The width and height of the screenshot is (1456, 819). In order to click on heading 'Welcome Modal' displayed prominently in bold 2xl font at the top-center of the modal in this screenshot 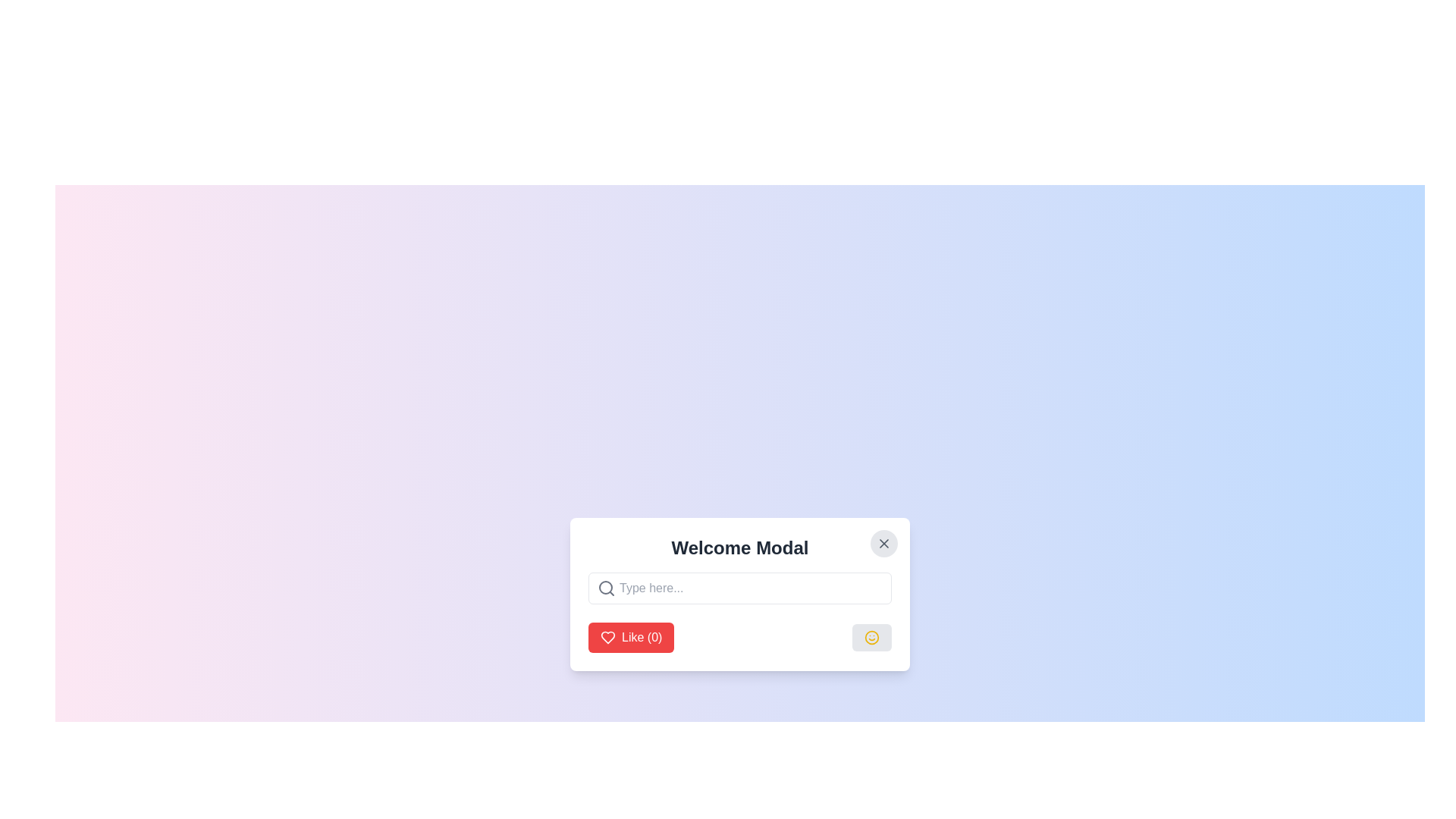, I will do `click(739, 548)`.